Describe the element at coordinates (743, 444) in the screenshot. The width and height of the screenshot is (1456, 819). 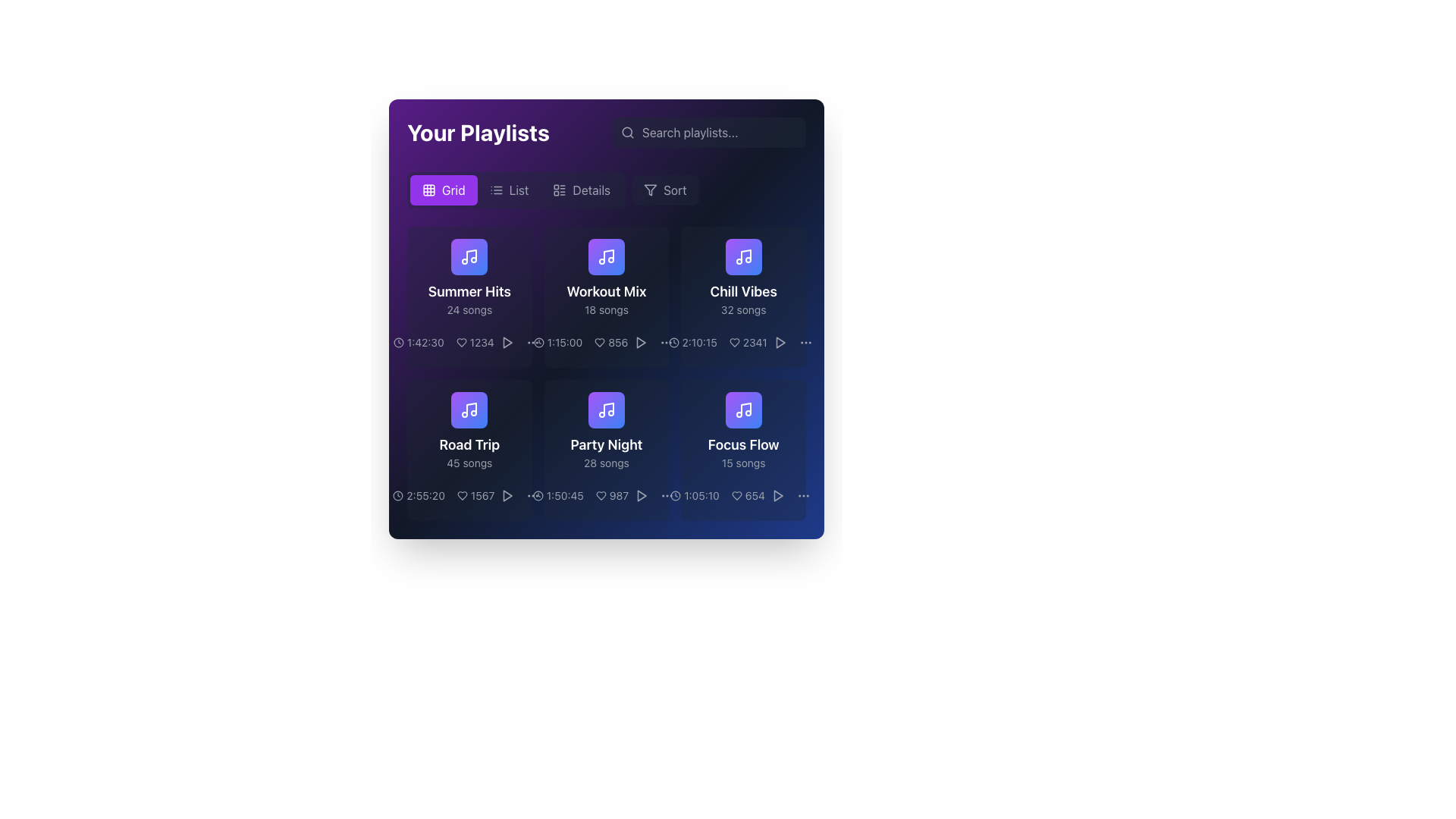
I see `the 'Focus Flow' text label, which is styled in large bold white font against a darker blue background, centered at the top of the playlist card in the 'Your Playlists' panel` at that location.